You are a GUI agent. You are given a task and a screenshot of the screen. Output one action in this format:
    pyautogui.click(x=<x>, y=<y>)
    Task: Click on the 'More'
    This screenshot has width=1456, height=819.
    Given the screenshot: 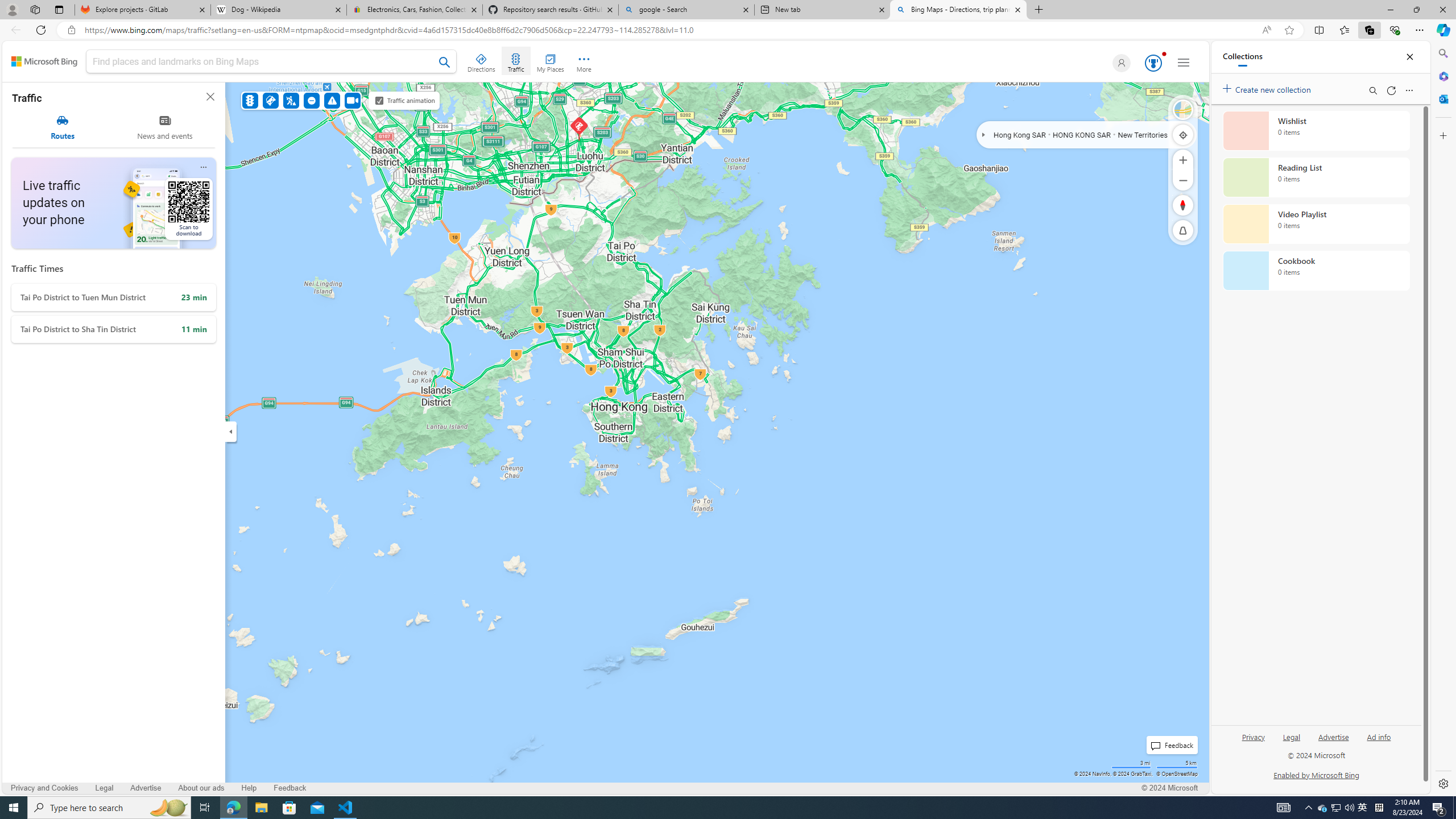 What is the action you would take?
    pyautogui.click(x=584, y=61)
    